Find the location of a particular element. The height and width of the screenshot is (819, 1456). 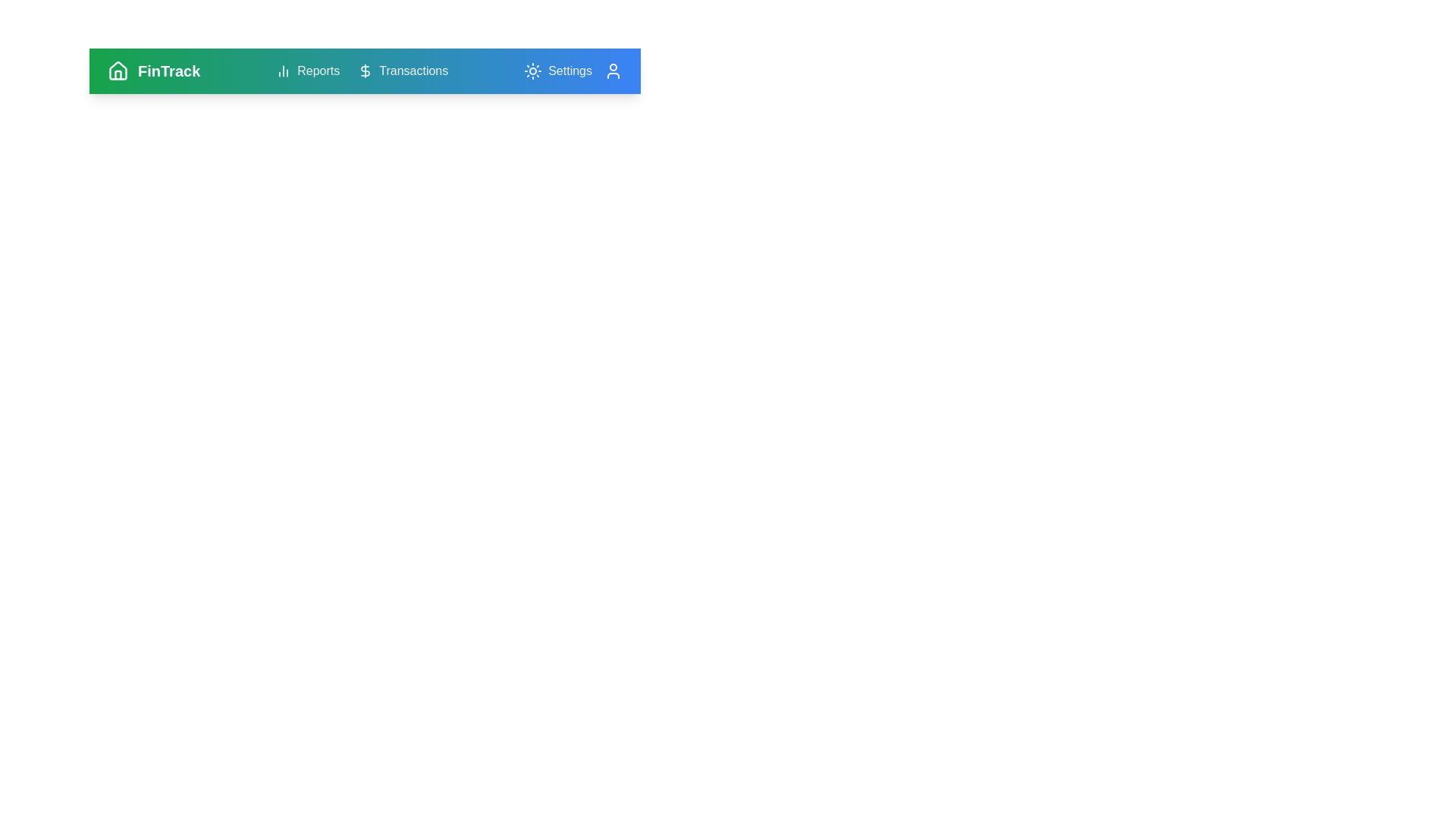

the 'Settings' button to navigate to the Settings section is located at coordinates (557, 71).